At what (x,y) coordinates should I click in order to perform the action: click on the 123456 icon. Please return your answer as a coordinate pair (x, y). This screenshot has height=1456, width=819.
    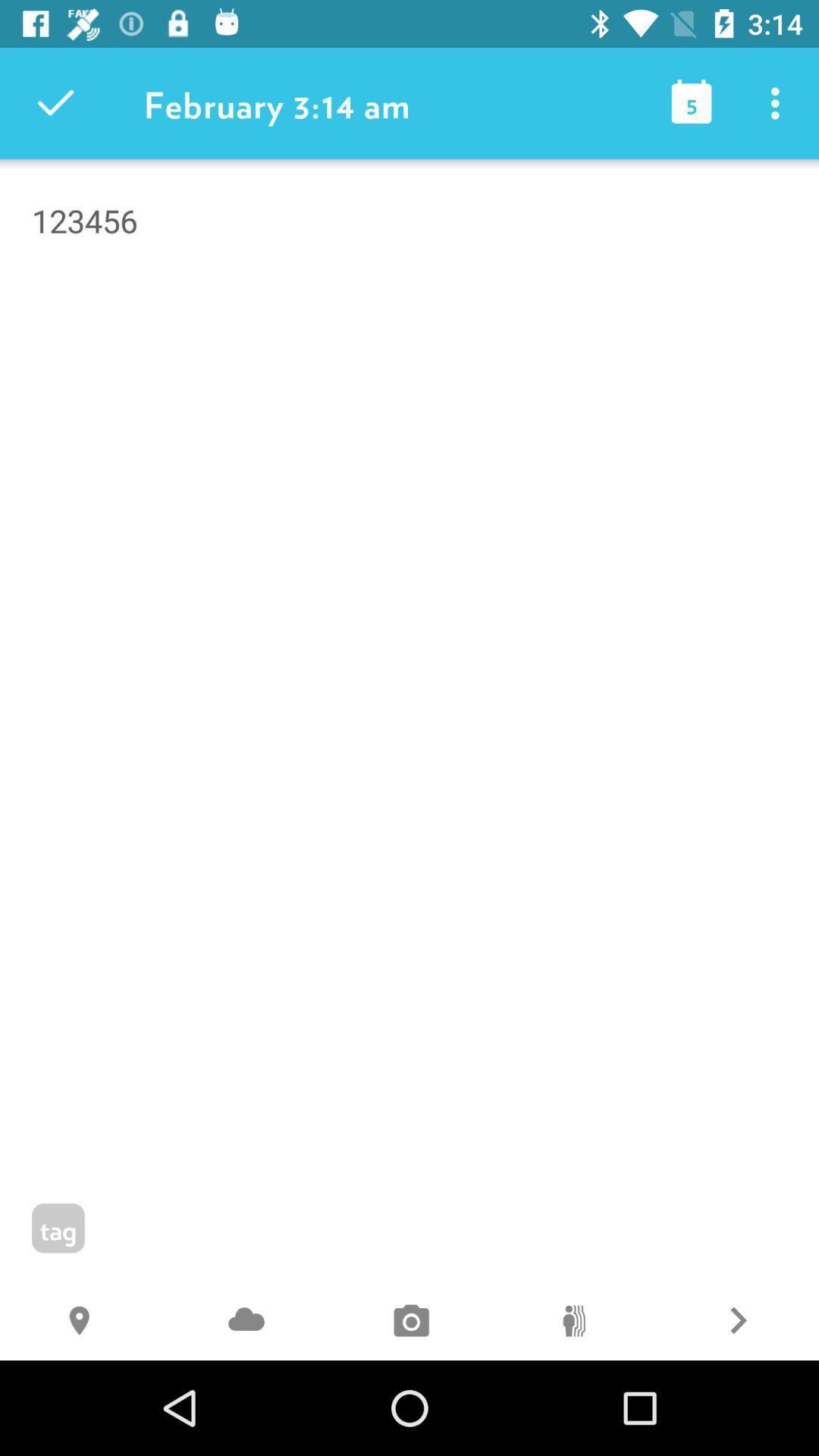
    Looking at the image, I should click on (409, 300).